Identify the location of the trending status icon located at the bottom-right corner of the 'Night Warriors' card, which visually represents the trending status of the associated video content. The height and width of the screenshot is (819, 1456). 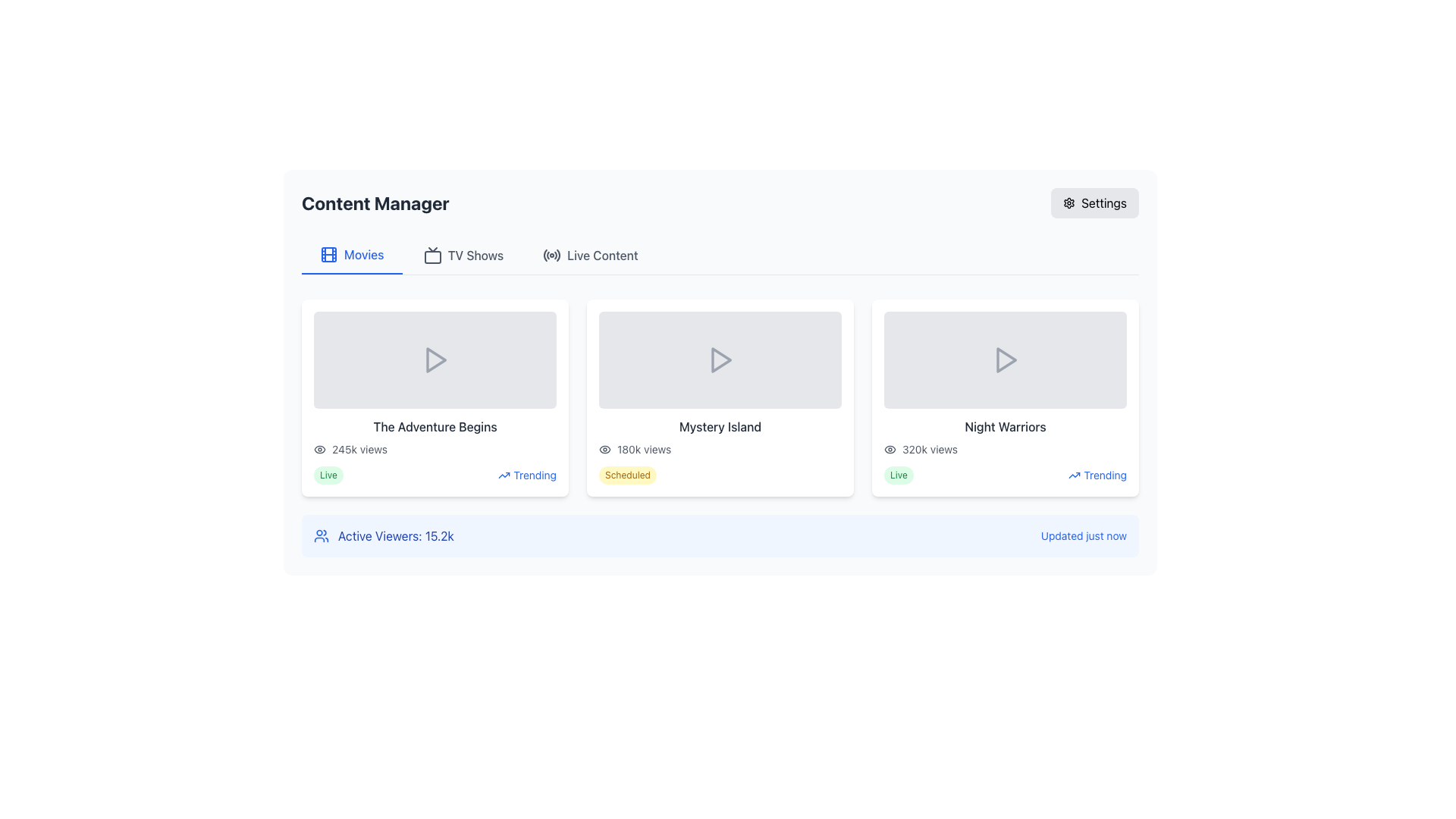
(1074, 475).